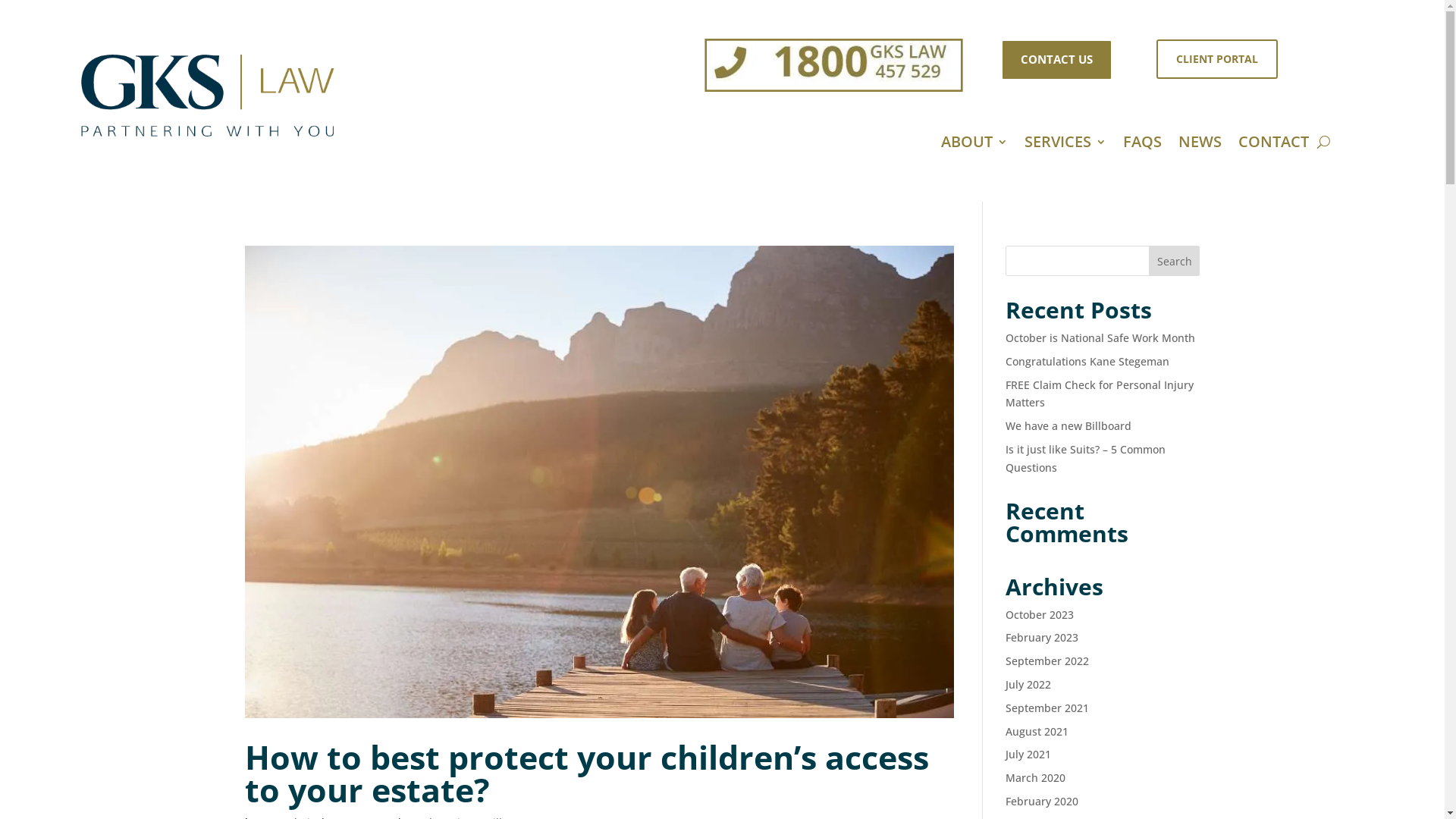  What do you see at coordinates (1100, 337) in the screenshot?
I see `'October is National Safe Work Month'` at bounding box center [1100, 337].